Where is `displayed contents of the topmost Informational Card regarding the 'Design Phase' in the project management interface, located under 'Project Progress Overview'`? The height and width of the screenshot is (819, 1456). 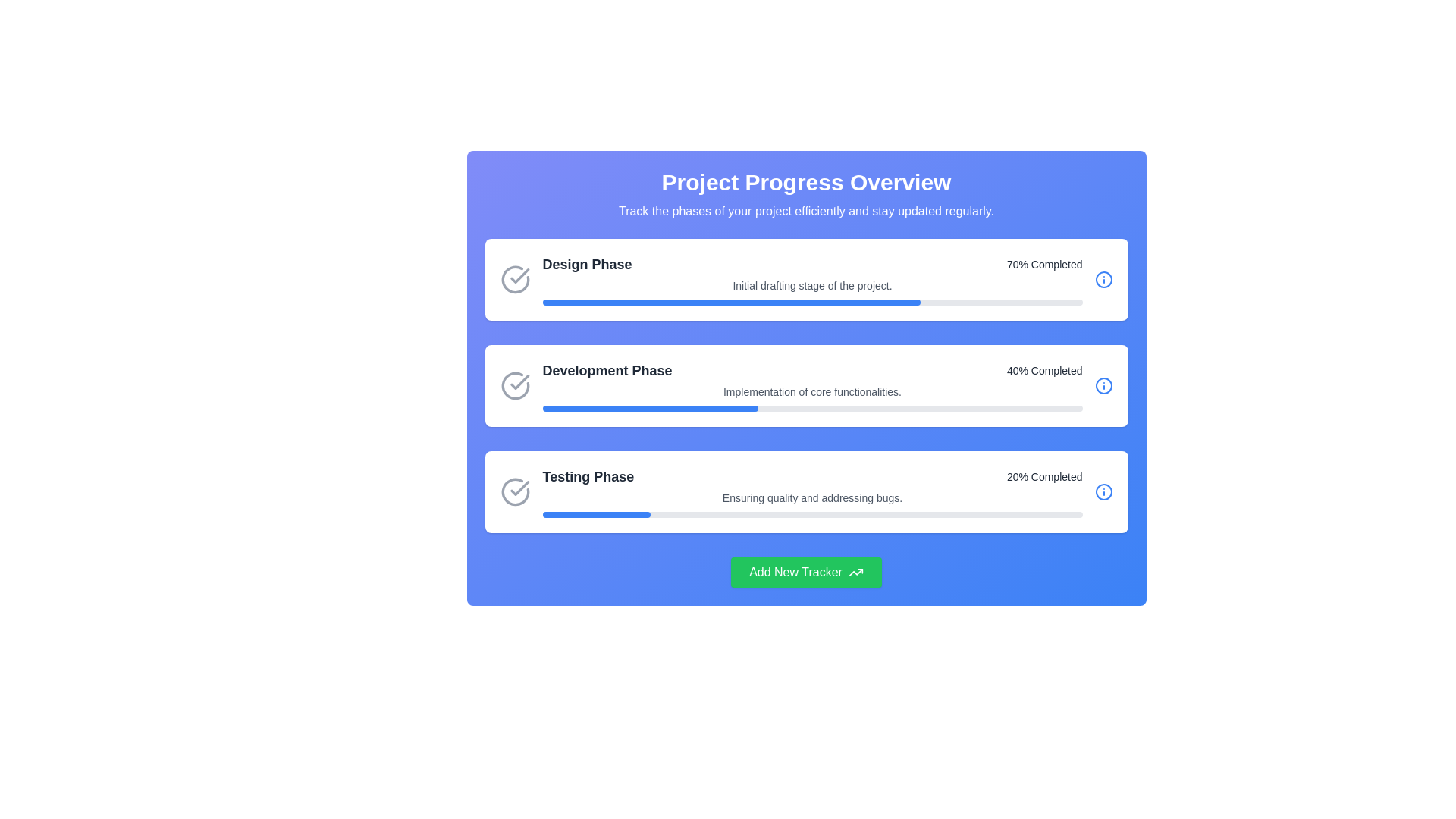
displayed contents of the topmost Informational Card regarding the 'Design Phase' in the project management interface, located under 'Project Progress Overview' is located at coordinates (811, 280).